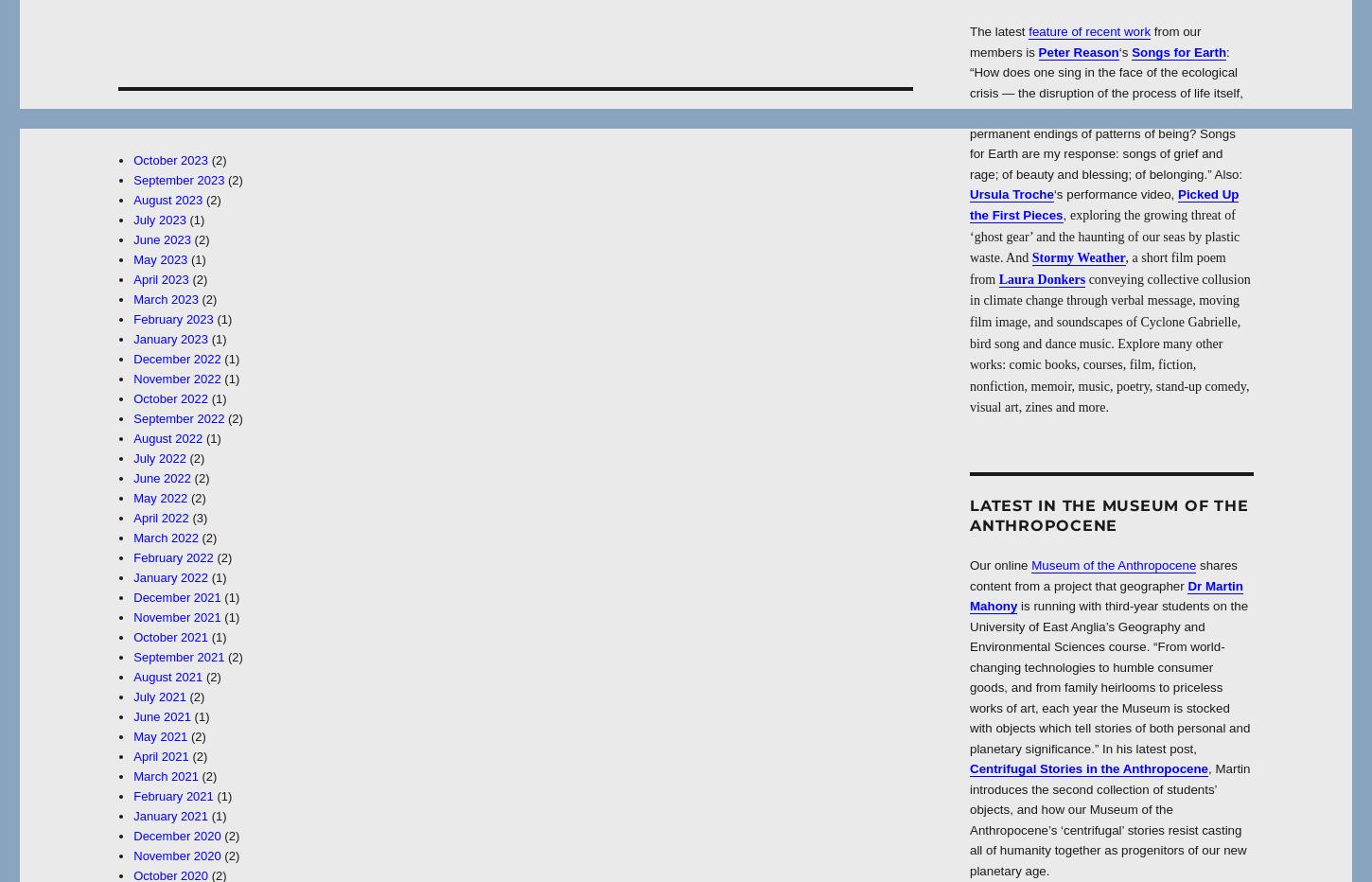 This screenshot has height=882, width=1372. I want to click on 'June 2022', so click(160, 477).